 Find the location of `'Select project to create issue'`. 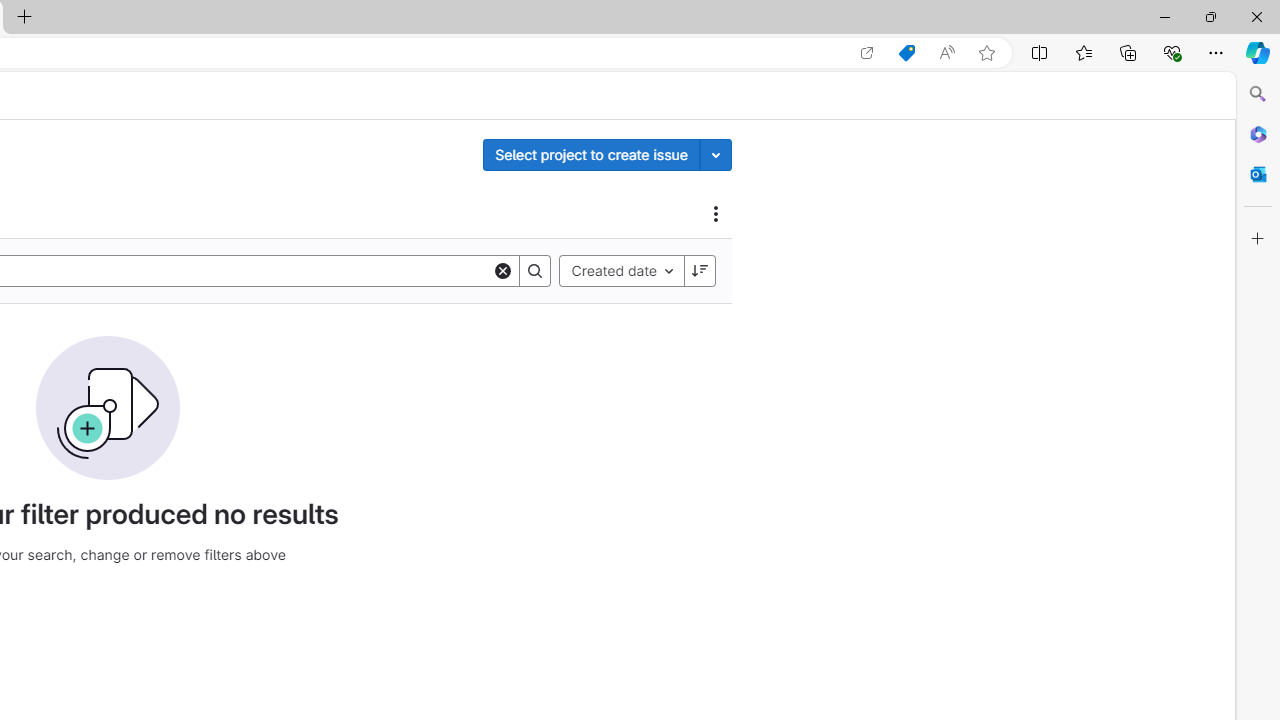

'Select project to create issue' is located at coordinates (590, 153).